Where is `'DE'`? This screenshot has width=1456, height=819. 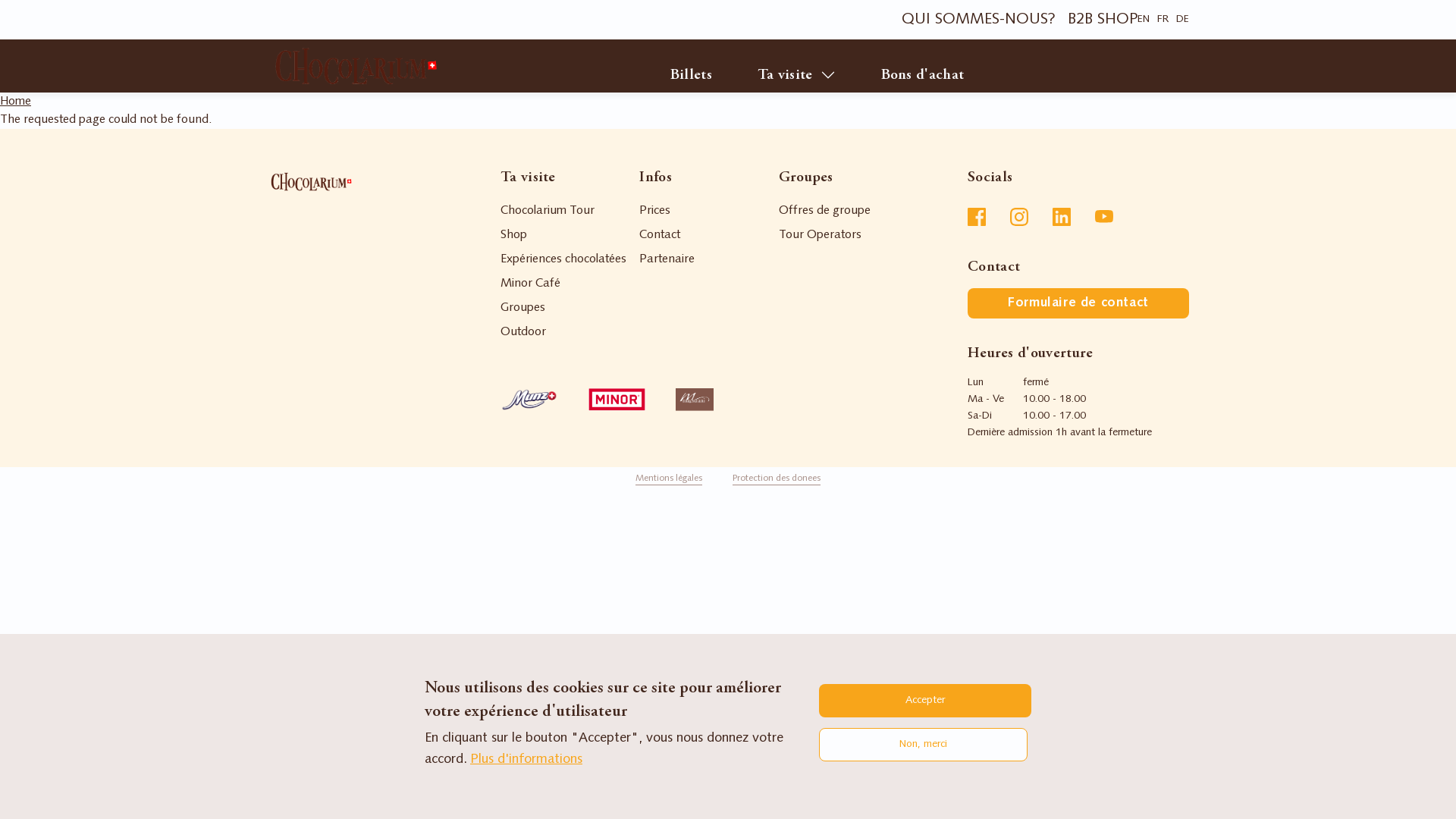 'DE' is located at coordinates (1181, 20).